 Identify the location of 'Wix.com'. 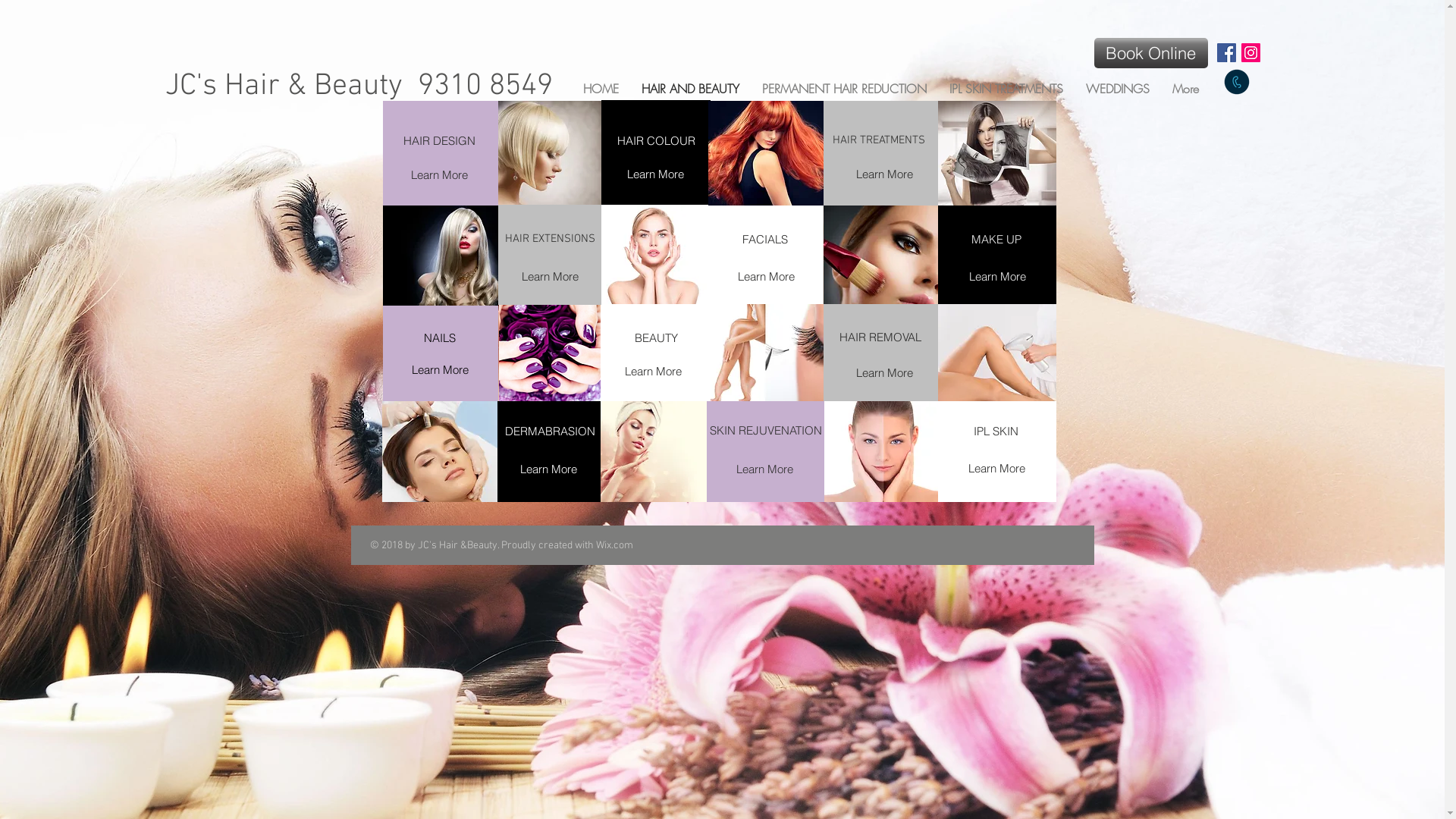
(614, 544).